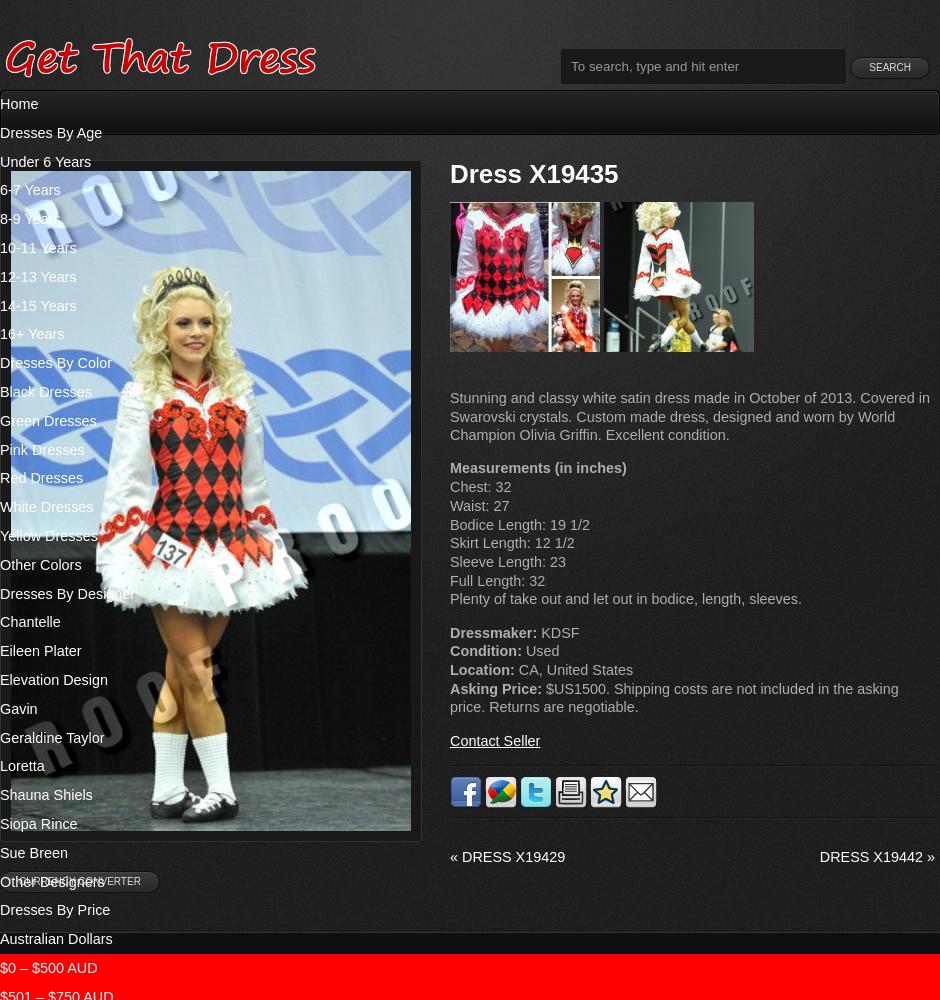 The image size is (940, 1000). What do you see at coordinates (47, 535) in the screenshot?
I see `'Yellow Dresses'` at bounding box center [47, 535].